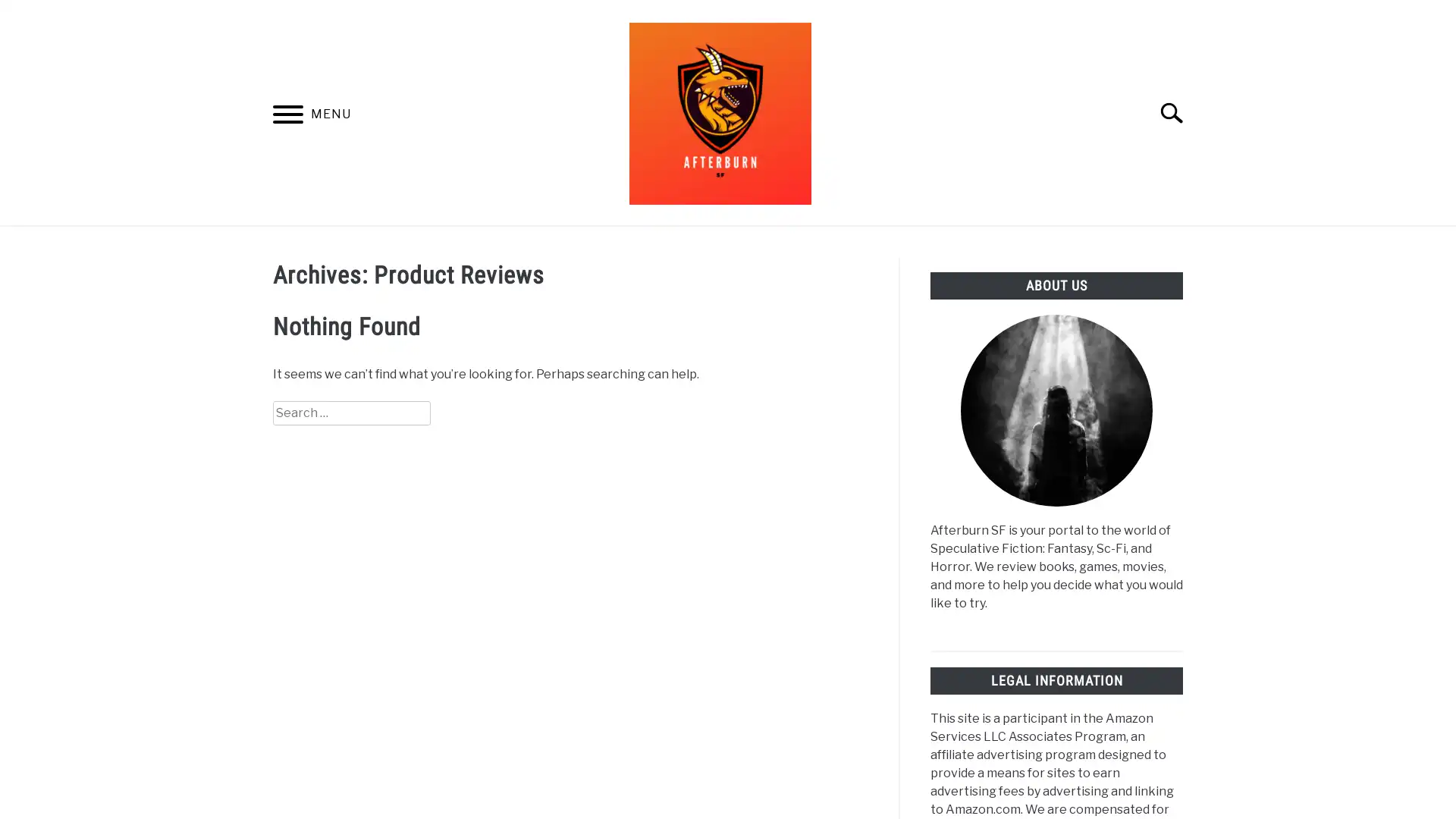 This screenshot has width=1456, height=819. What do you see at coordinates (287, 115) in the screenshot?
I see `Menu` at bounding box center [287, 115].